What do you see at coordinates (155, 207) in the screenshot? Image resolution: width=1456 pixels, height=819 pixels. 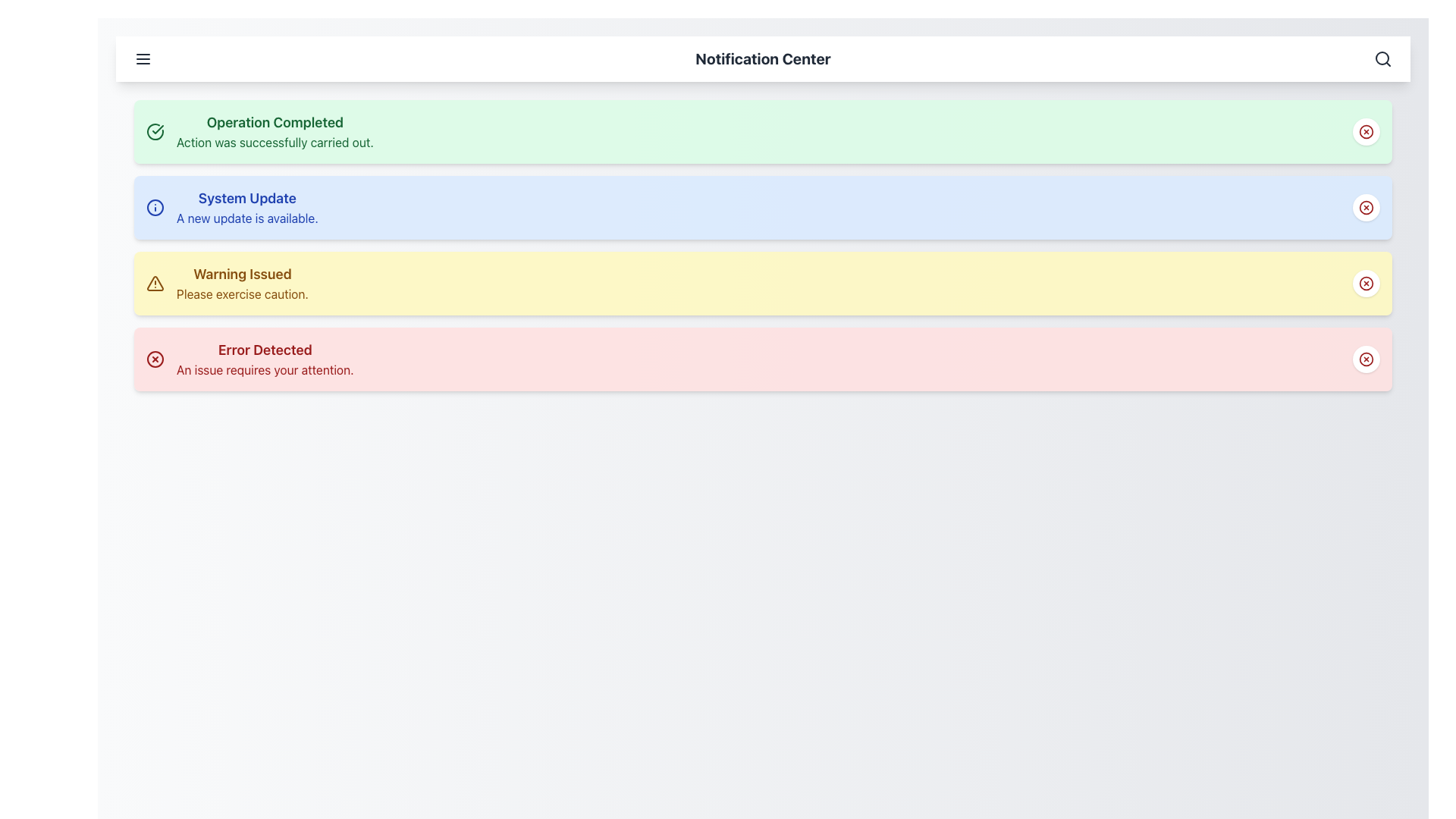 I see `the circular blue info icon with a white background containing an 'i' symbol, located to the left of the 'System Update' notification text` at bounding box center [155, 207].